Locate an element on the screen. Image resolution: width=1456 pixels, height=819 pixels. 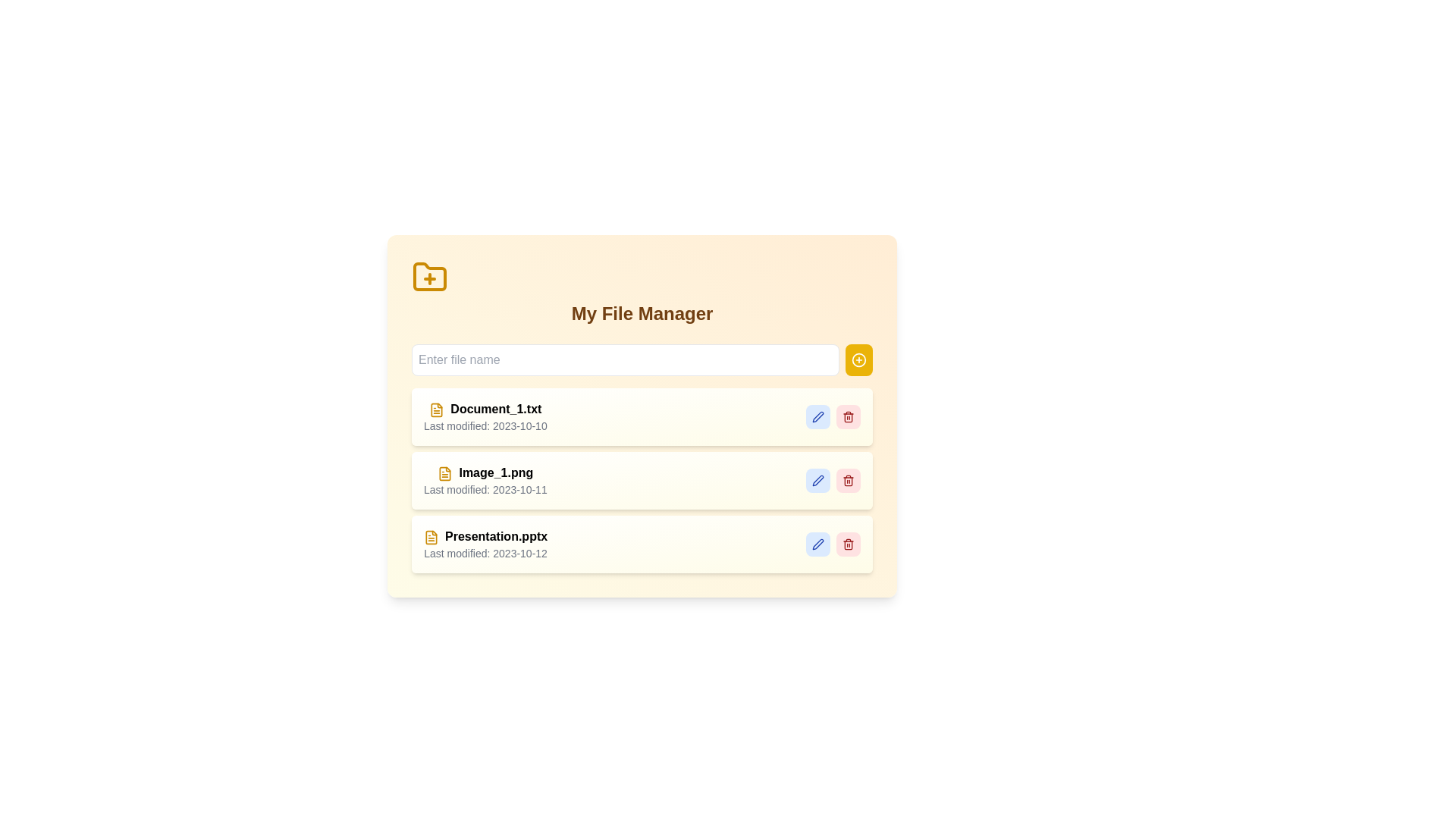
the rounded yellow button with a plus sign icon is located at coordinates (858, 359).